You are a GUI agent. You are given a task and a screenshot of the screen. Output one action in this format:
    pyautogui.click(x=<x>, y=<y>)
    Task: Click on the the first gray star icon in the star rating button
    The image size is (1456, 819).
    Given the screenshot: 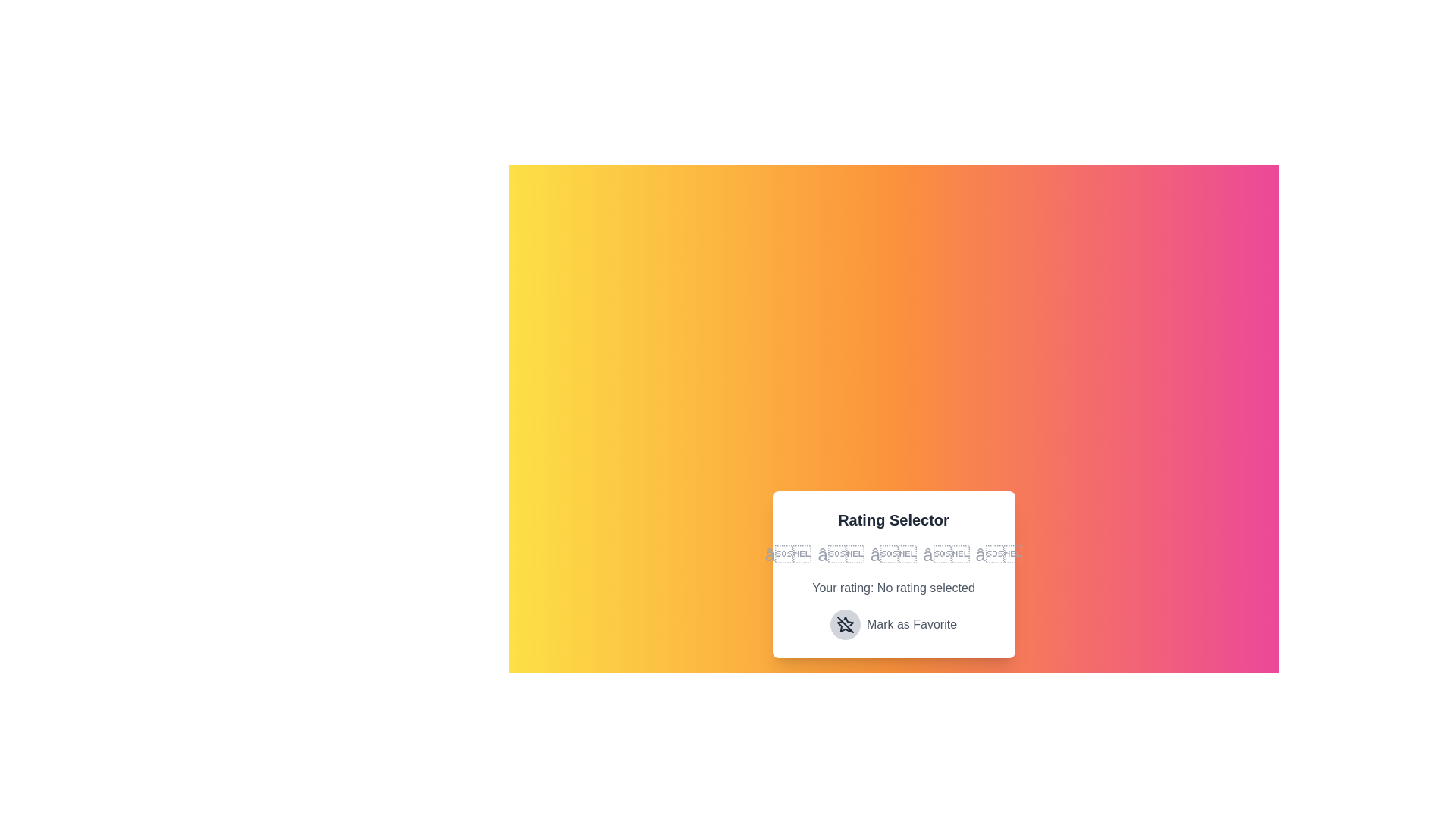 What is the action you would take?
    pyautogui.click(x=788, y=555)
    